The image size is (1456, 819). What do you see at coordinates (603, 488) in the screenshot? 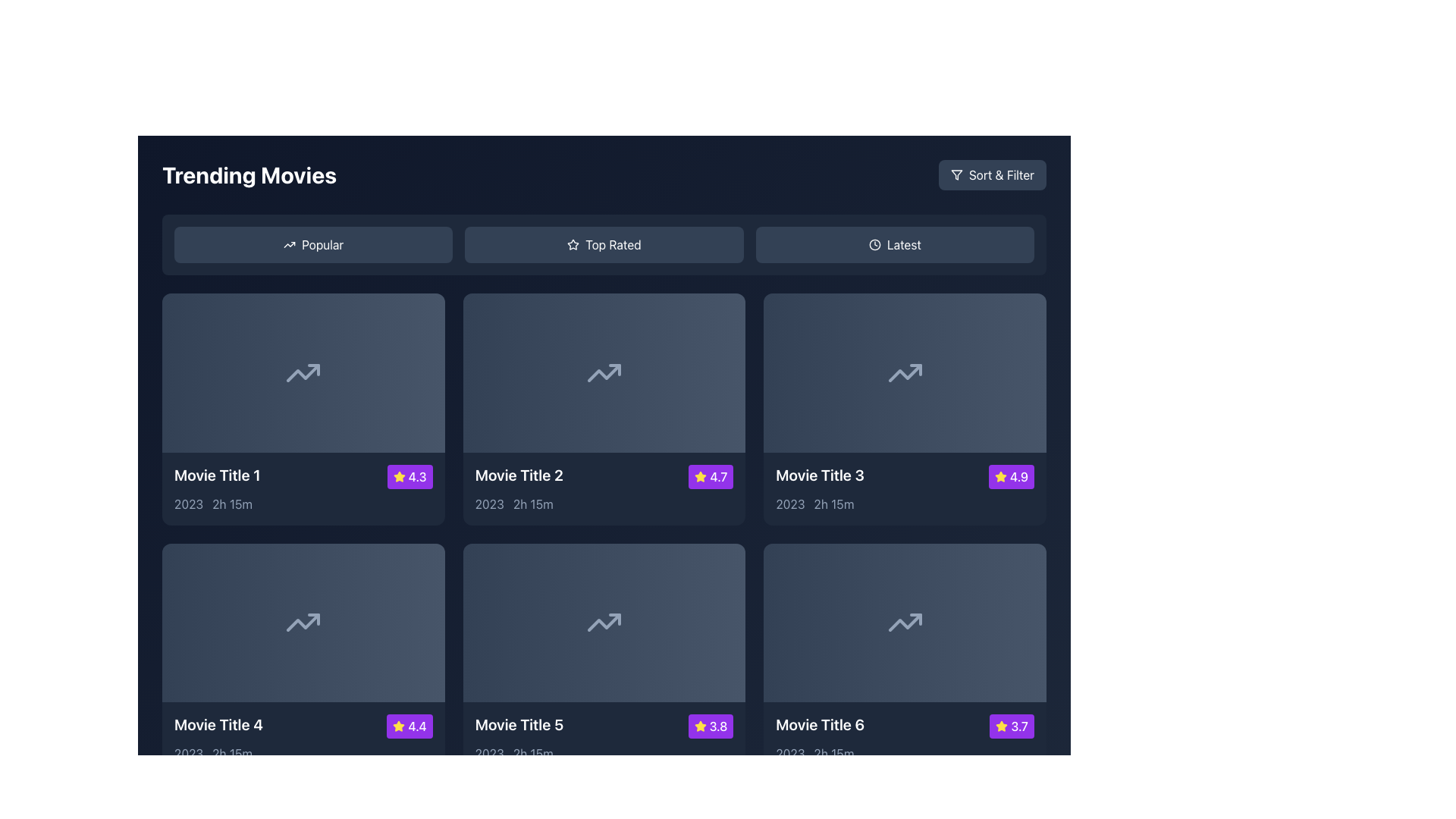
I see `to select the informational card displaying details for the movie titled 'Movie Title 2' with a rating of 4.7 located in the second column of the first row of the movie grid` at bounding box center [603, 488].